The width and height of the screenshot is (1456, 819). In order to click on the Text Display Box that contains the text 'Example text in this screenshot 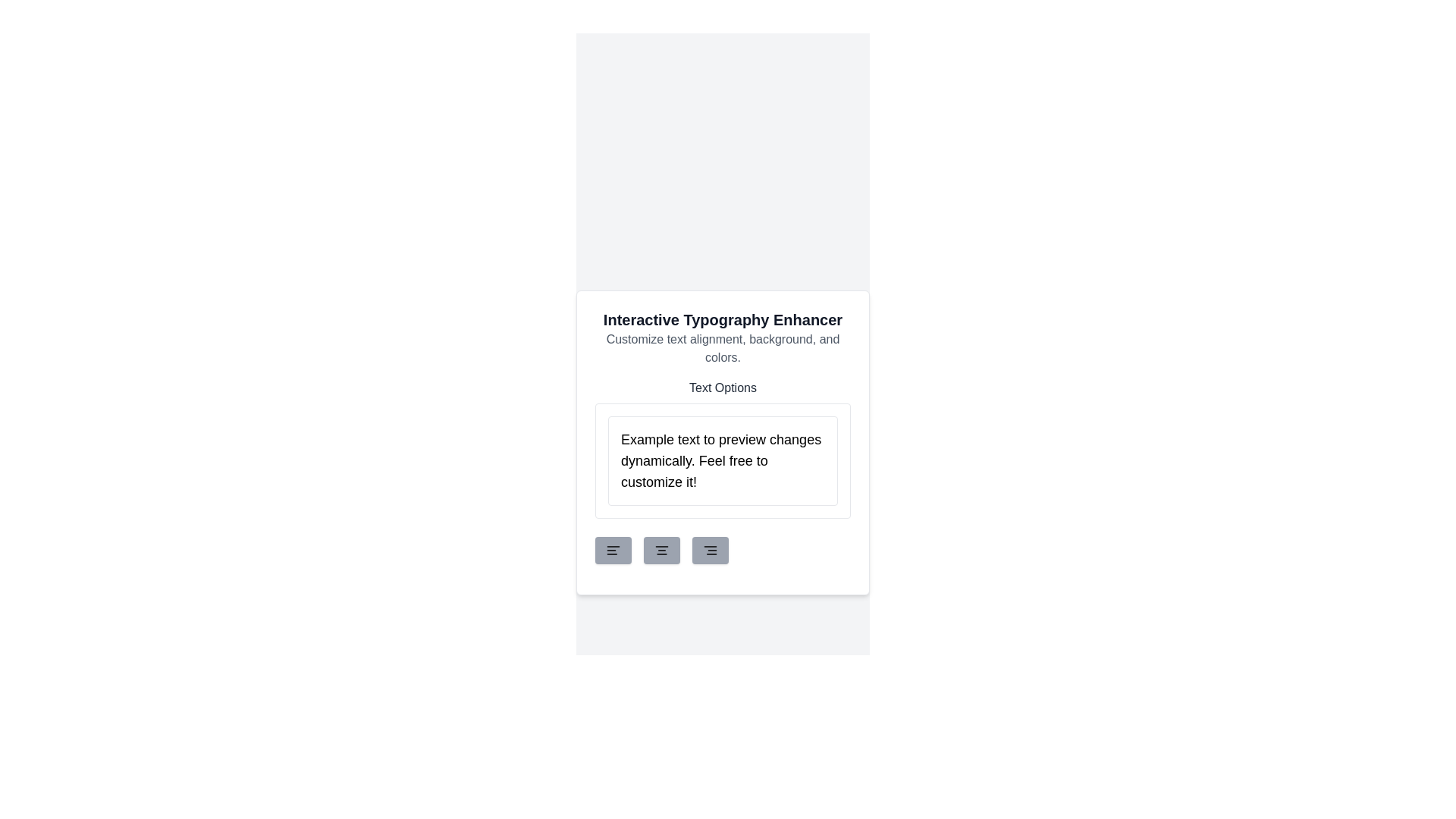, I will do `click(722, 447)`.